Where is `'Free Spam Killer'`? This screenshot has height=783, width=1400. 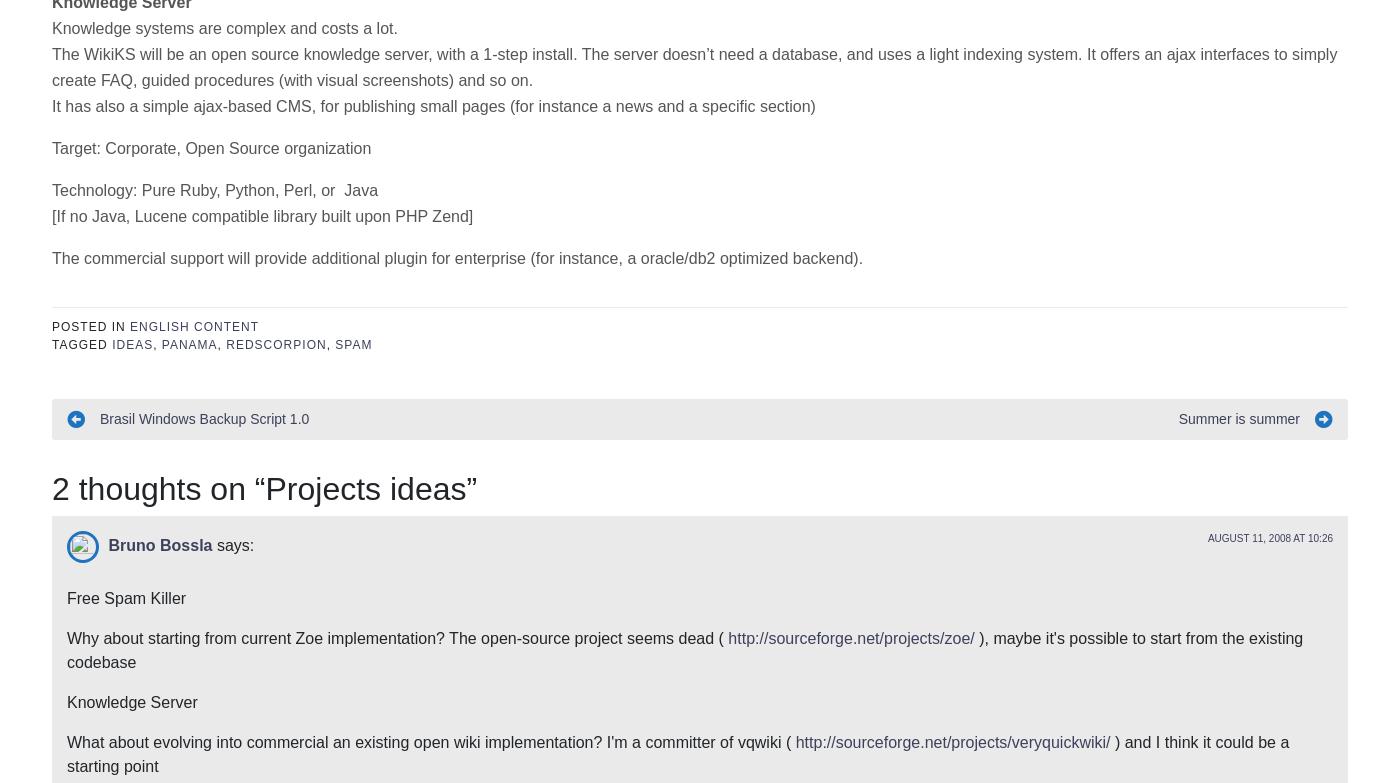 'Free Spam Killer' is located at coordinates (67, 299).